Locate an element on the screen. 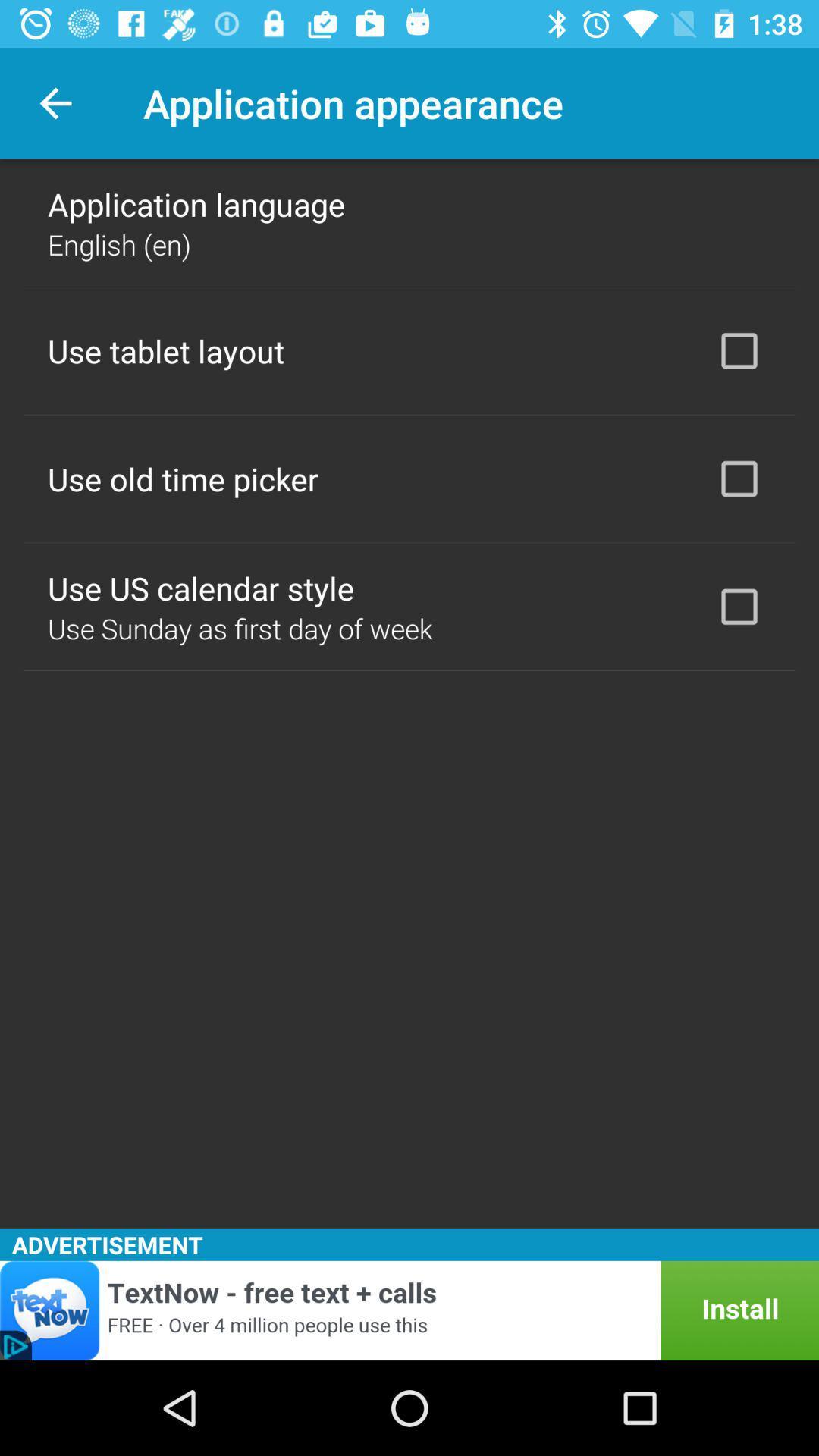 This screenshot has width=819, height=1456. the item below advertisement icon is located at coordinates (409, 1310).